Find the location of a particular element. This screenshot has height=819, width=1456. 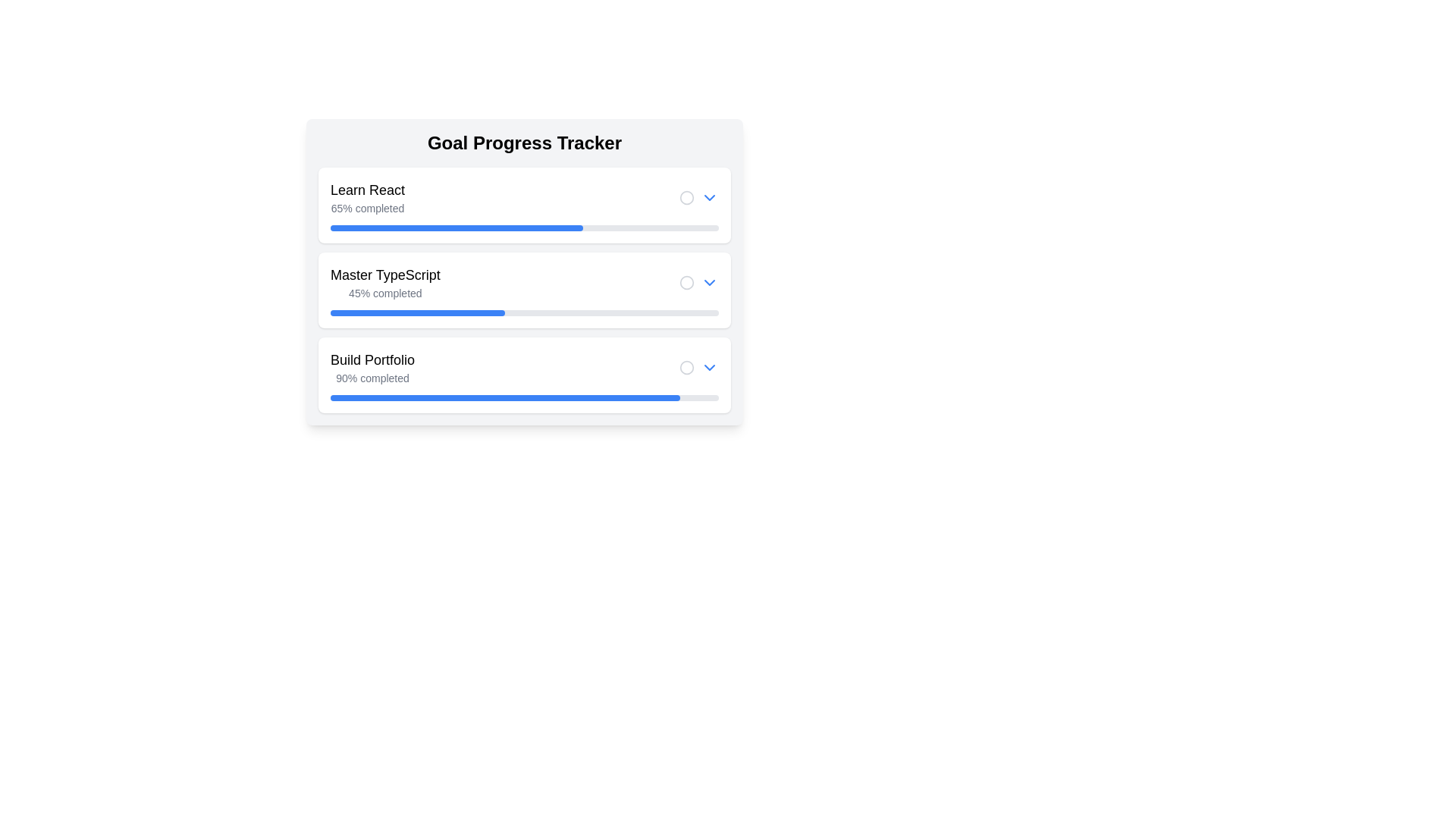

the Progress Tracker Row in the 'Goal Progress Tracker' list is located at coordinates (524, 271).